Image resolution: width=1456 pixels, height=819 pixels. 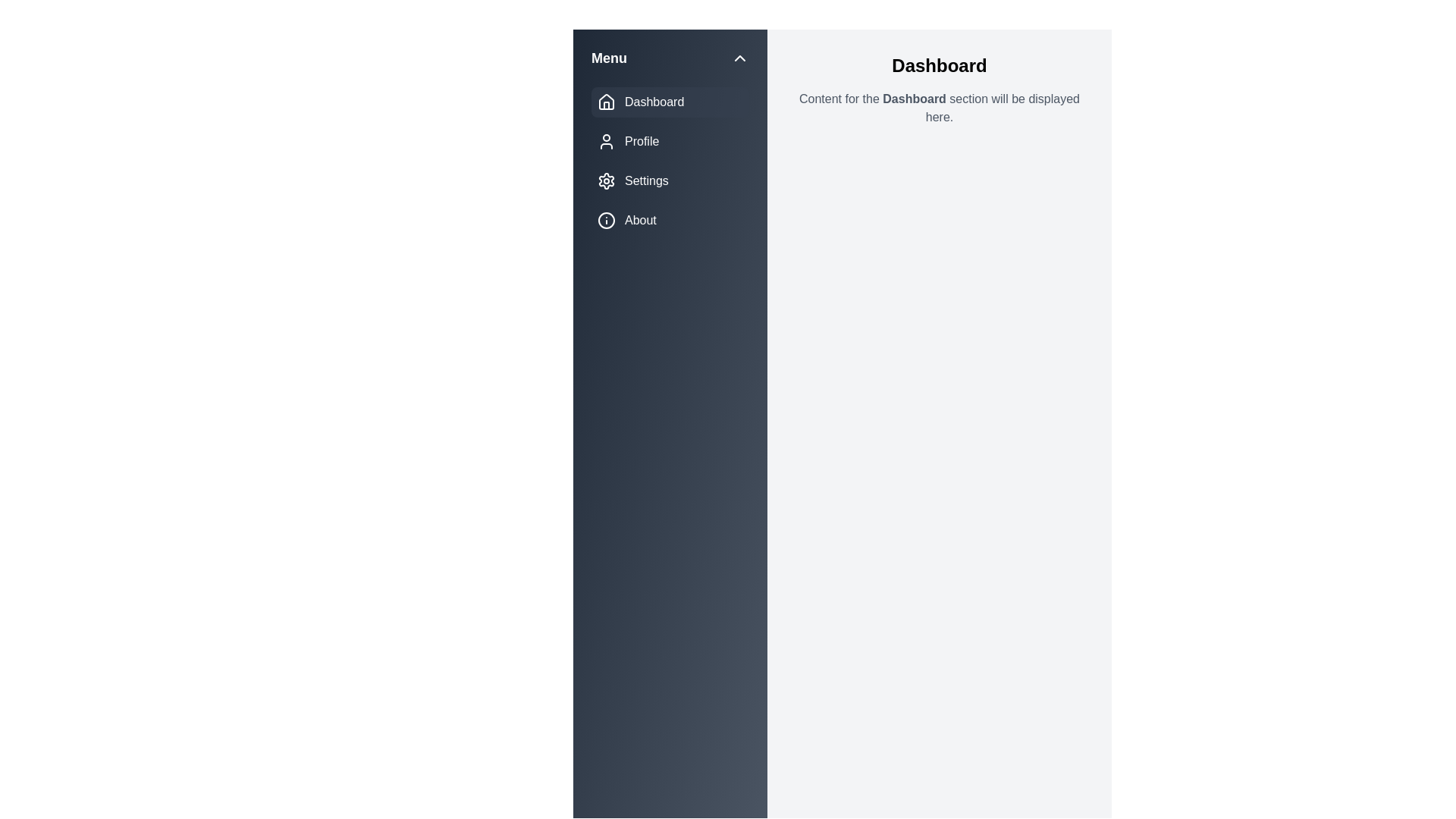 What do you see at coordinates (607, 220) in the screenshot?
I see `the circular icon in the sidebar menu that represents the 'About' menu item, which is visually minimalistic with a thin border` at bounding box center [607, 220].